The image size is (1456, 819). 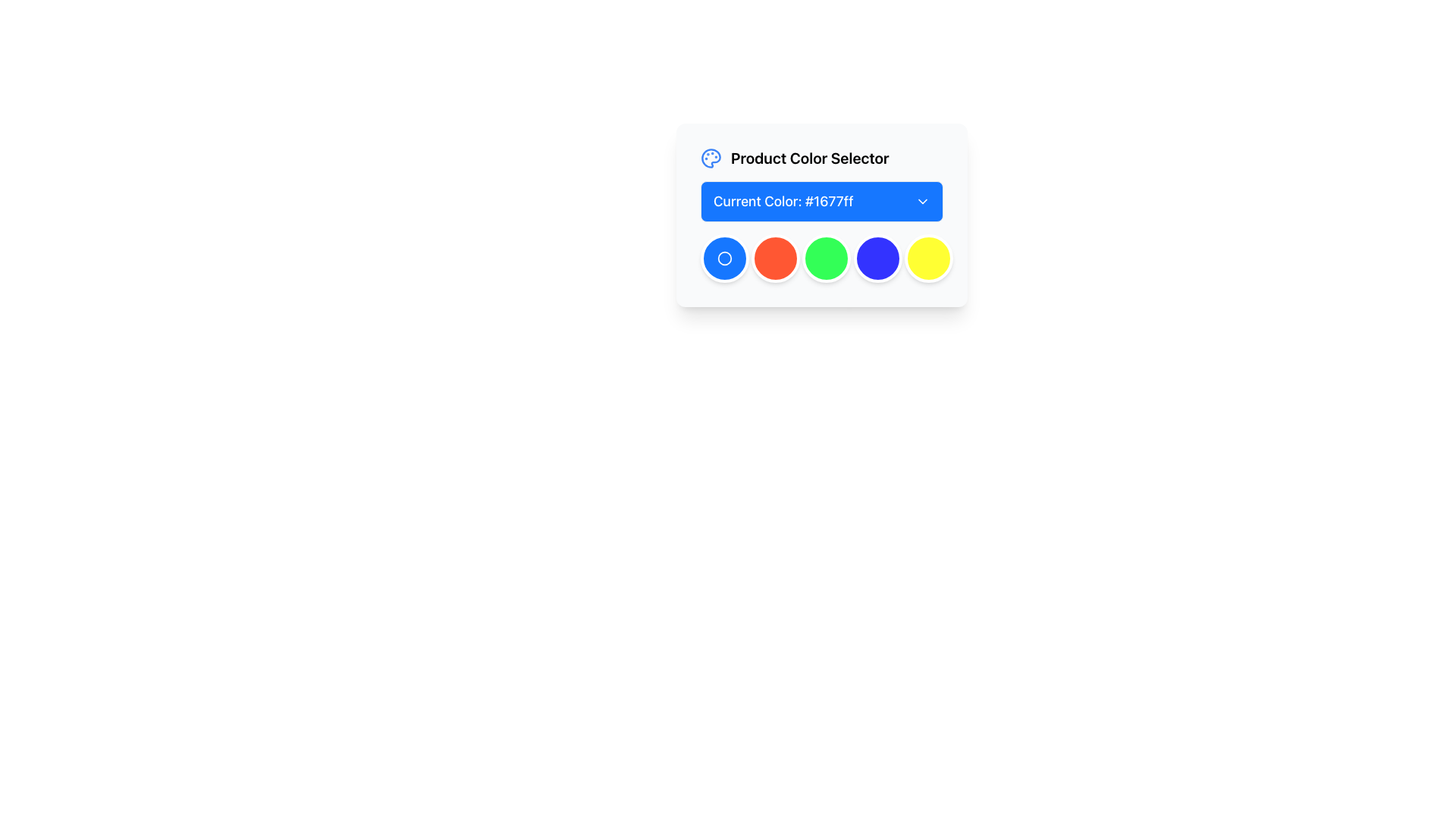 I want to click on the color palette icon in the 'Product Color Selector' interface, which features a circular outline with four smaller circles inside, so click(x=710, y=158).